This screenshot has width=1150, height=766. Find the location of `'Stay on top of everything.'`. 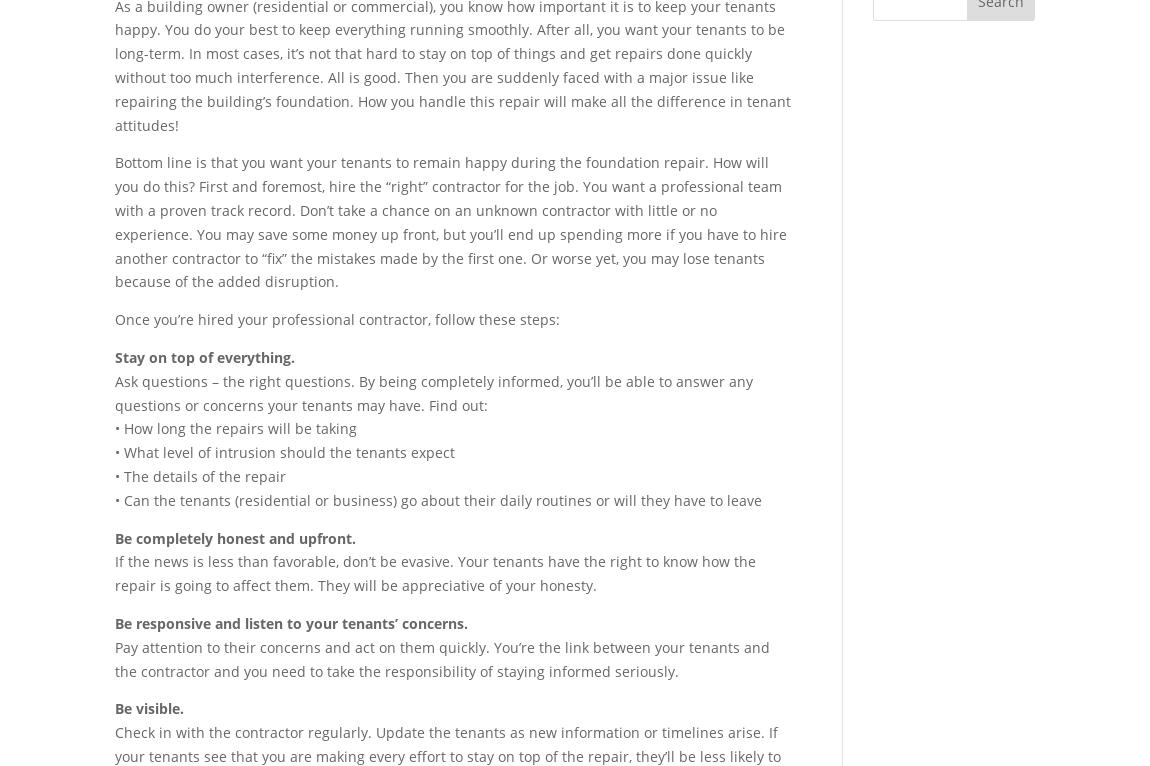

'Stay on top of everything.' is located at coordinates (204, 356).